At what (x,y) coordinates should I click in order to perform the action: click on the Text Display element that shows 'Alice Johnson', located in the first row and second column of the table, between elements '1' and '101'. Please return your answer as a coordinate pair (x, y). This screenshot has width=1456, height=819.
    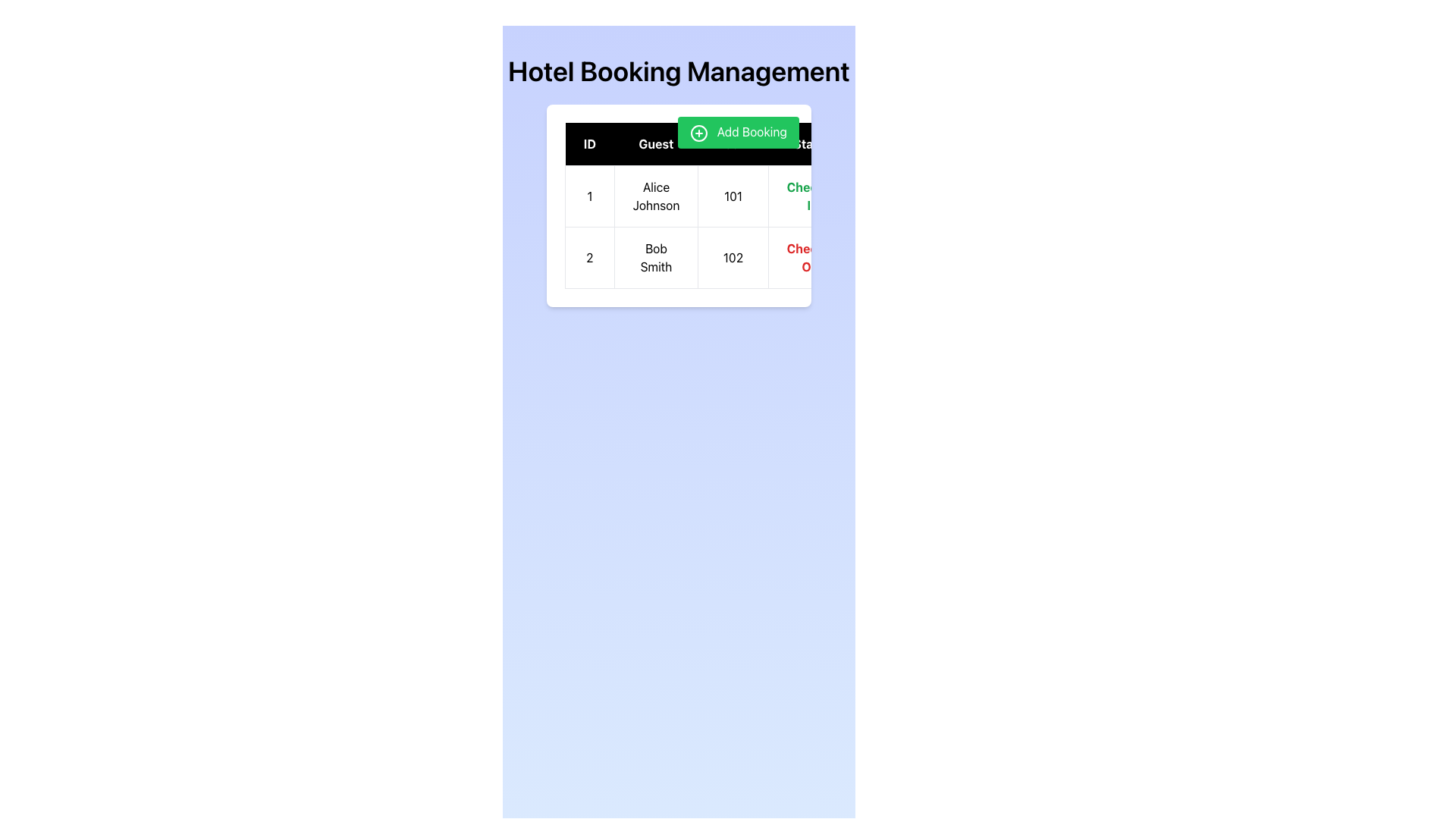
    Looking at the image, I should click on (656, 195).